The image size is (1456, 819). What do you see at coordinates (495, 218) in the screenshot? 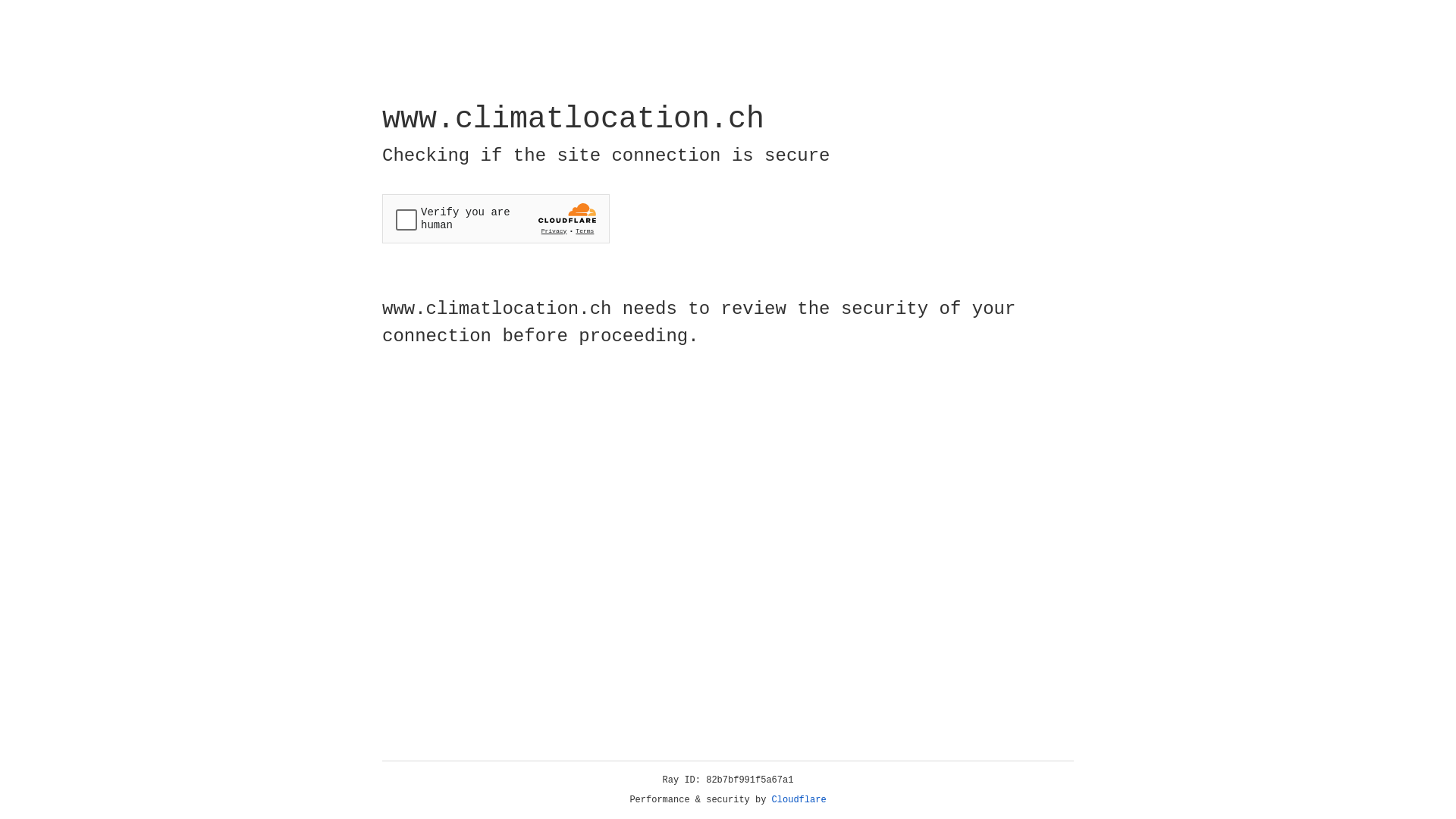
I see `'Widget containing a Cloudflare security challenge'` at bounding box center [495, 218].